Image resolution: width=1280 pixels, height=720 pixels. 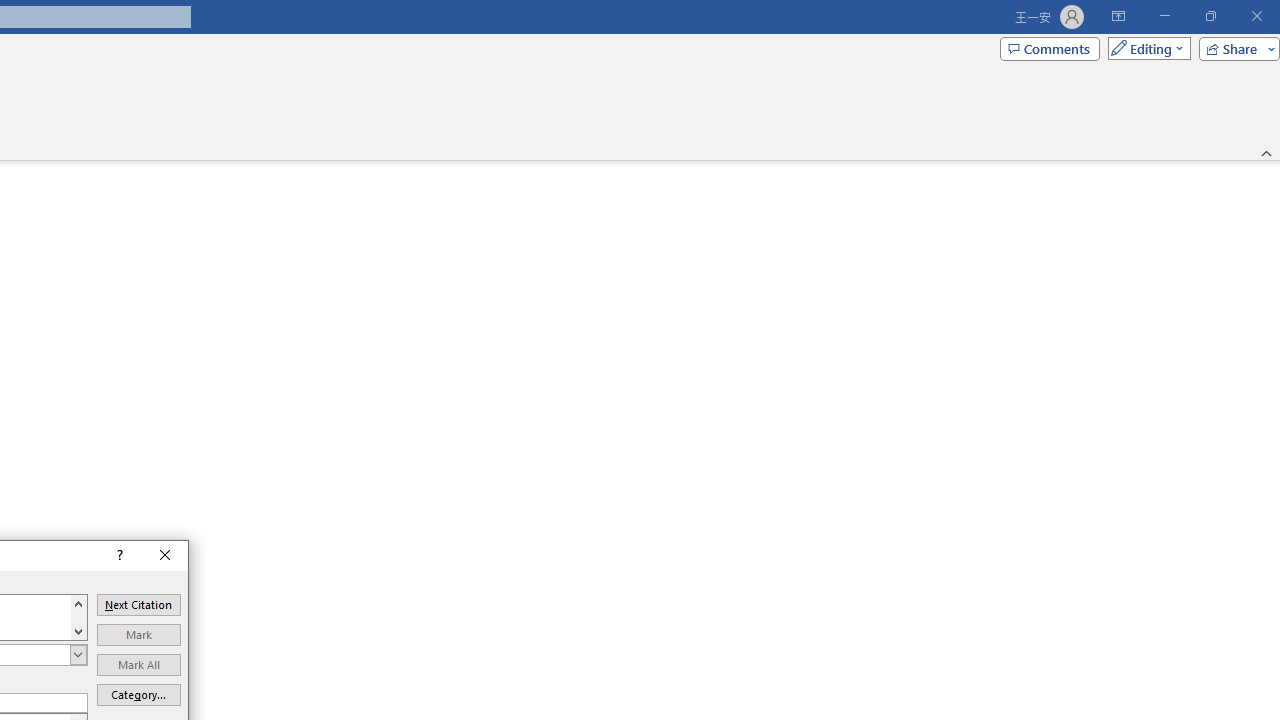 What do you see at coordinates (137, 604) in the screenshot?
I see `'Next Citation'` at bounding box center [137, 604].